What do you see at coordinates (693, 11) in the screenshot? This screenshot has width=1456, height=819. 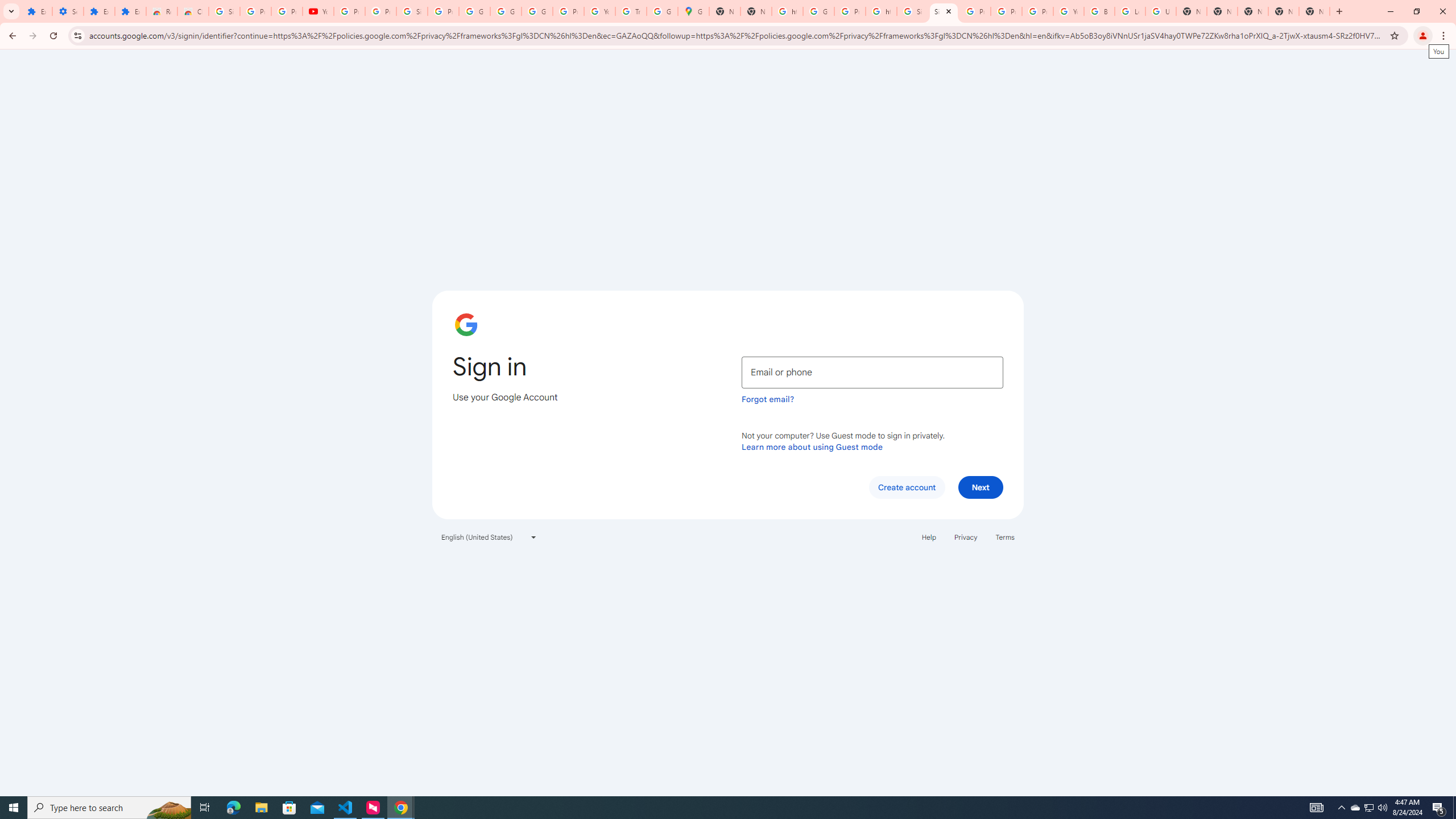 I see `'Google Maps'` at bounding box center [693, 11].